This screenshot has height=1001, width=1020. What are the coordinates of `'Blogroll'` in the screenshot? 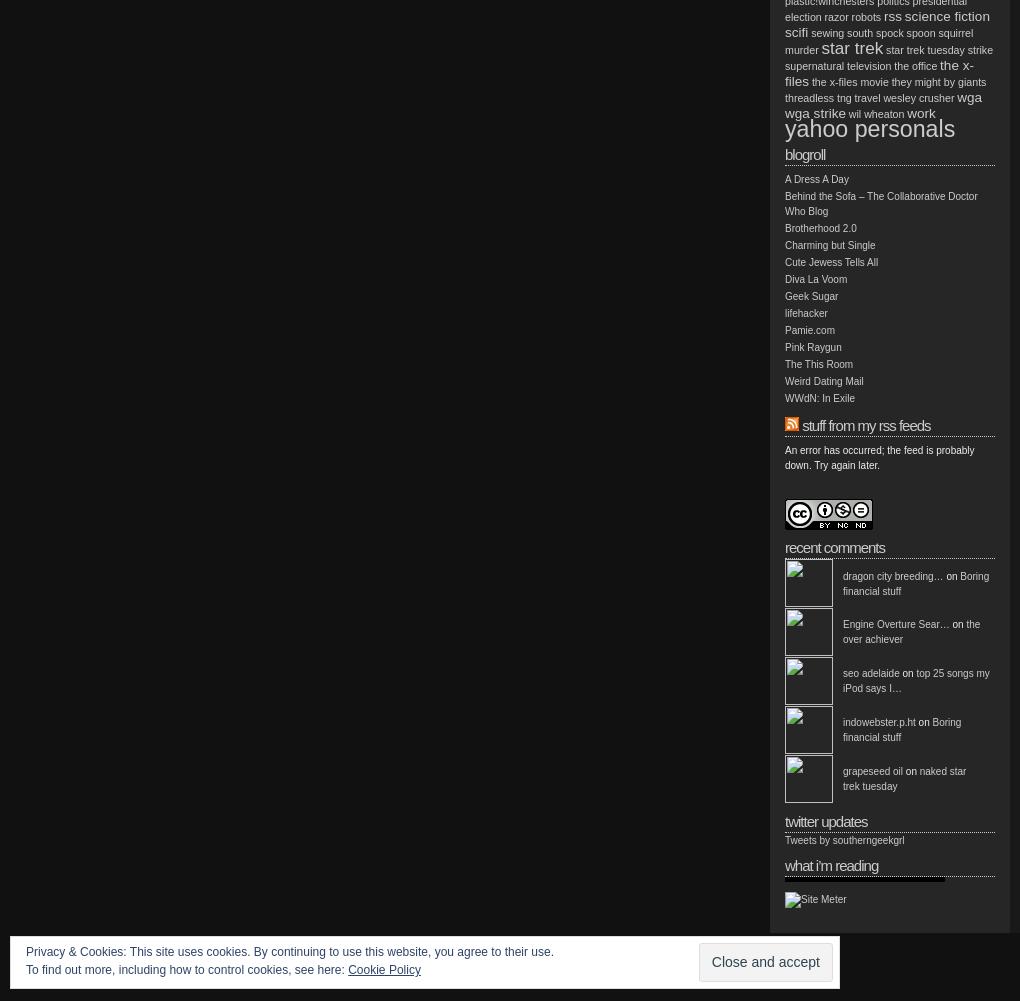 It's located at (803, 154).